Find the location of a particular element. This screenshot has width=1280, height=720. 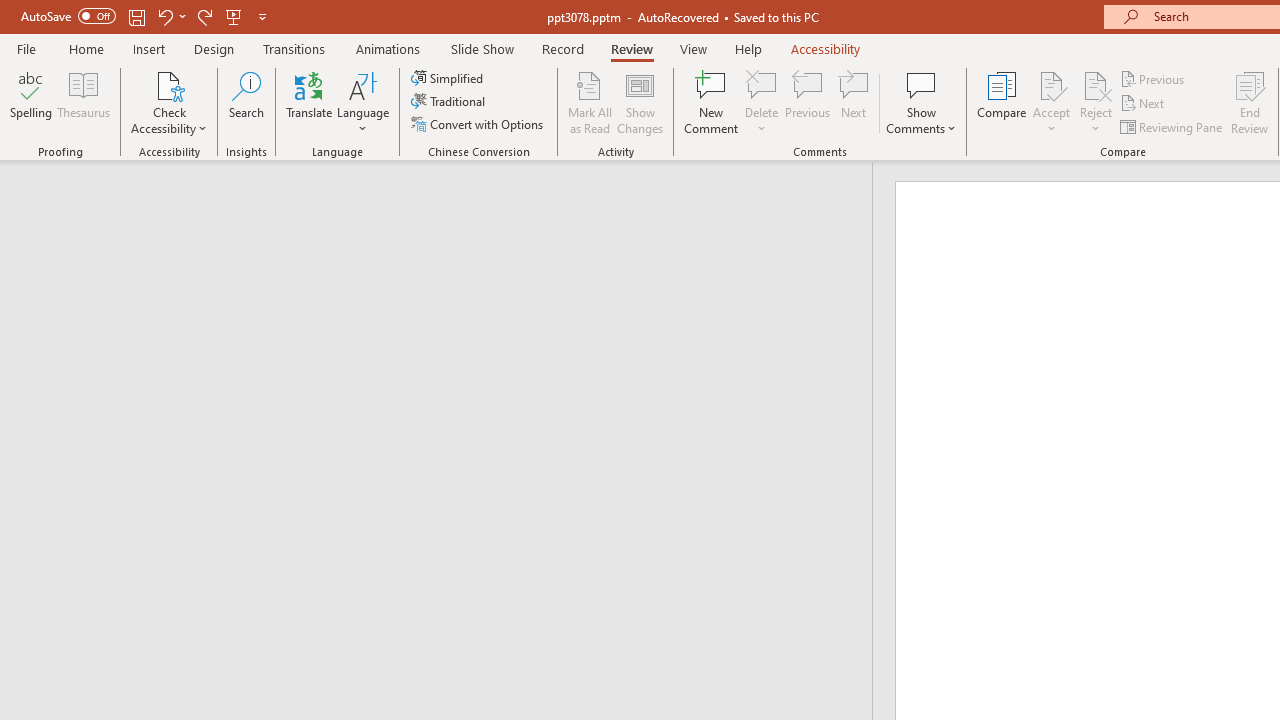

'Compare' is located at coordinates (1002, 103).